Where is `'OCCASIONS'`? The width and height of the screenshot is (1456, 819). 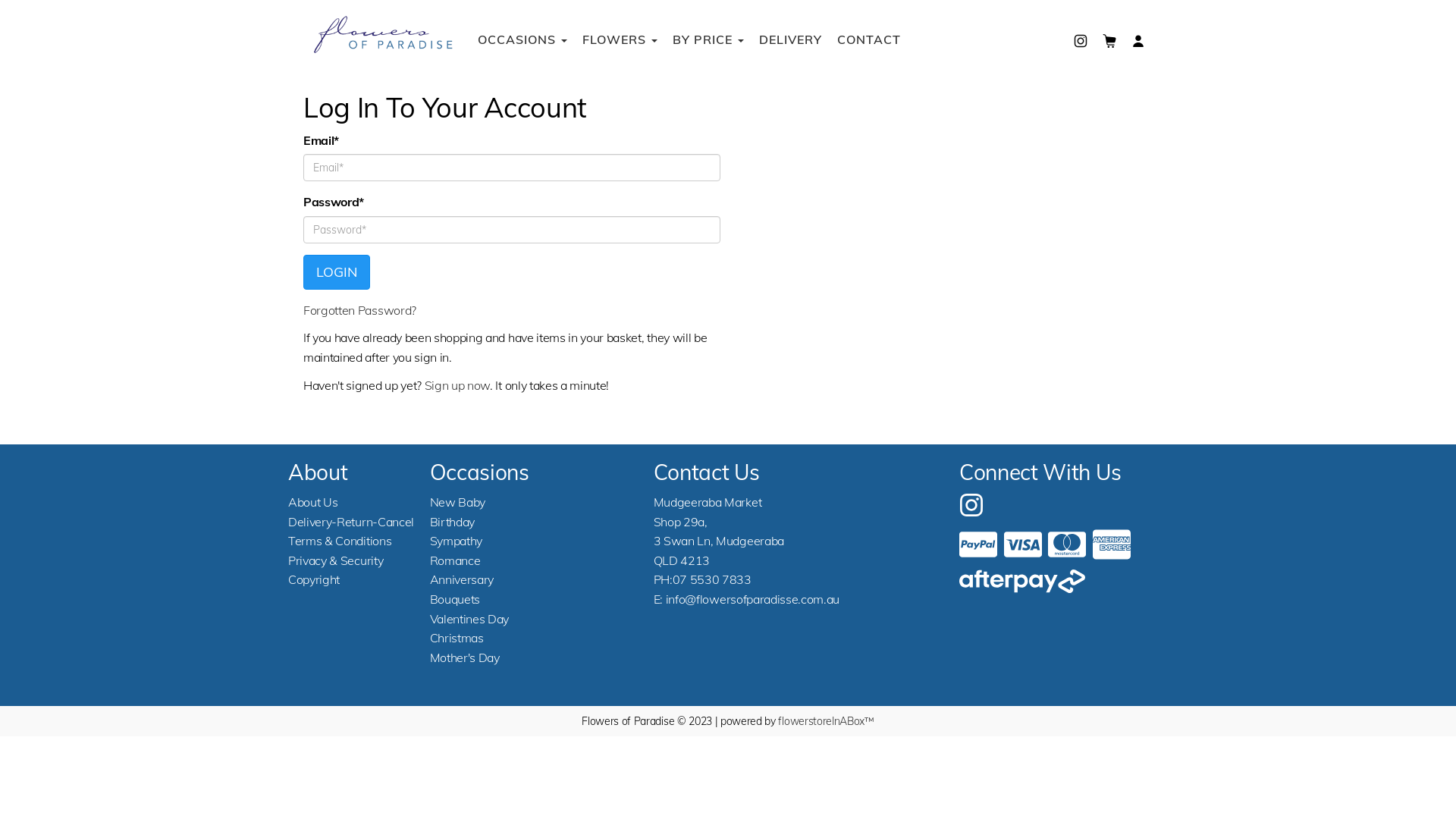 'OCCASIONS' is located at coordinates (522, 38).